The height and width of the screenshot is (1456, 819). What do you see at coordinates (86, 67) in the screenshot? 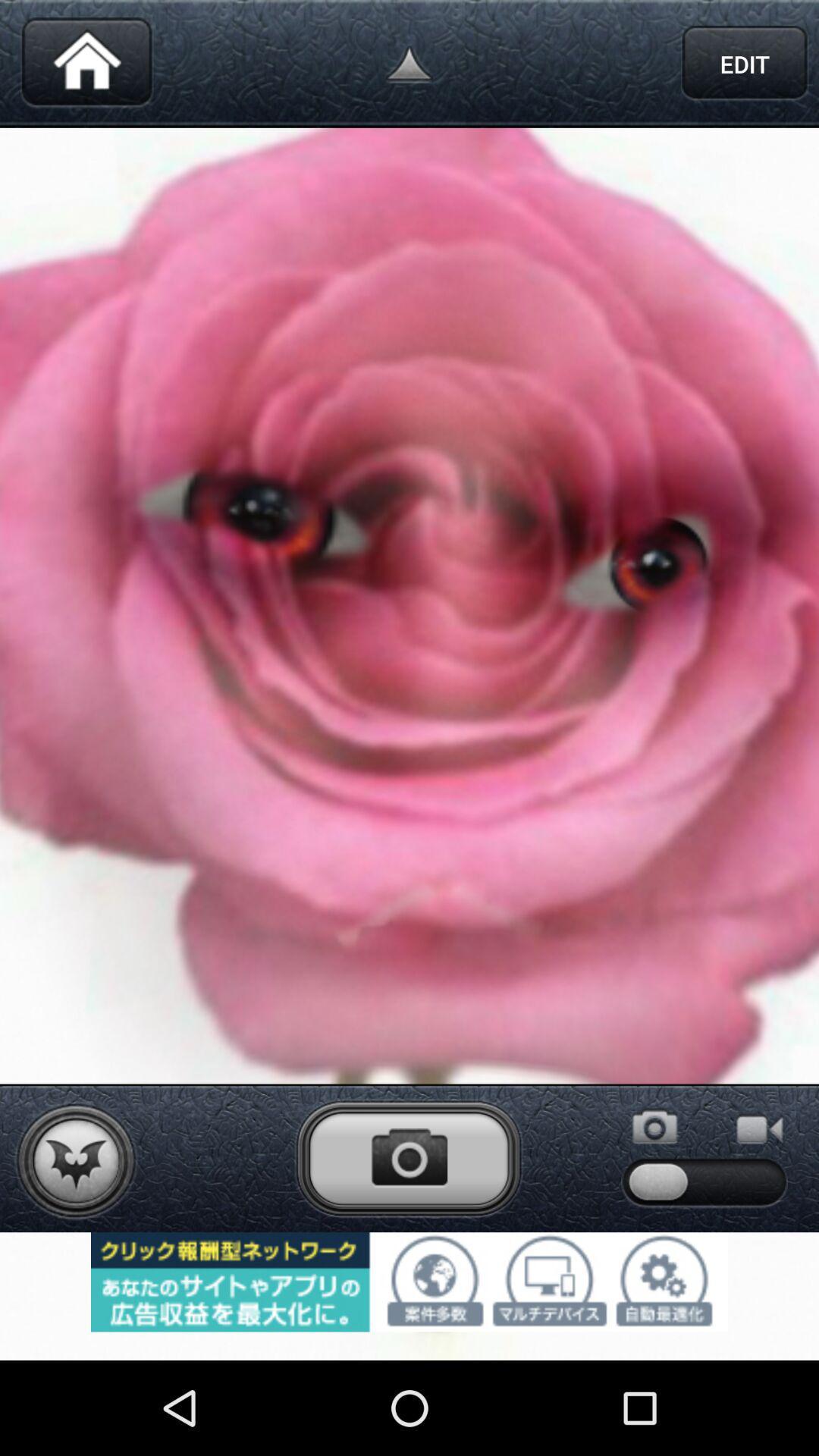
I see `the home icon` at bounding box center [86, 67].